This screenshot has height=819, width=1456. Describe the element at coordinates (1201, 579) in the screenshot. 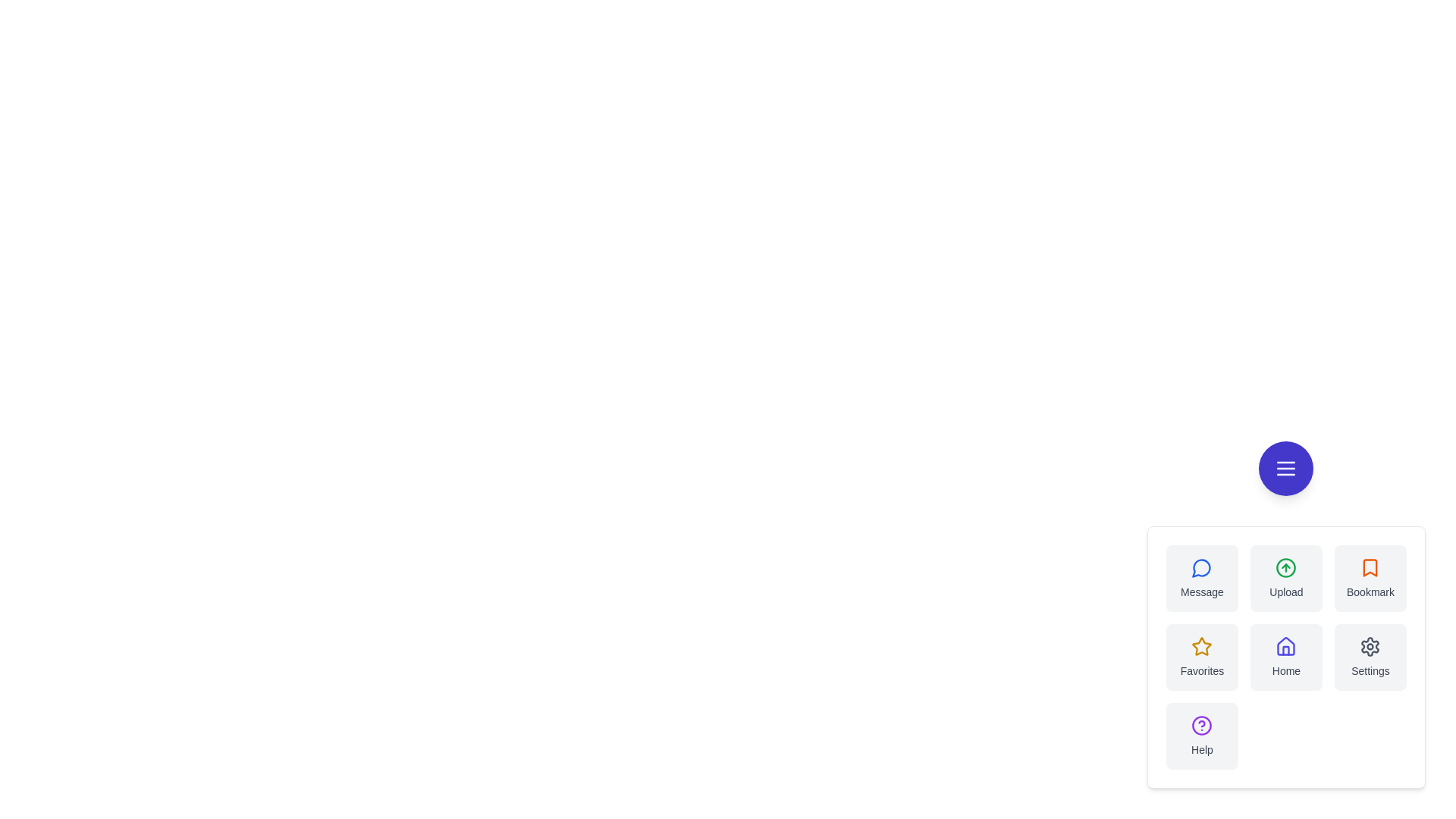

I see `the Message button in the speed dial menu` at that location.